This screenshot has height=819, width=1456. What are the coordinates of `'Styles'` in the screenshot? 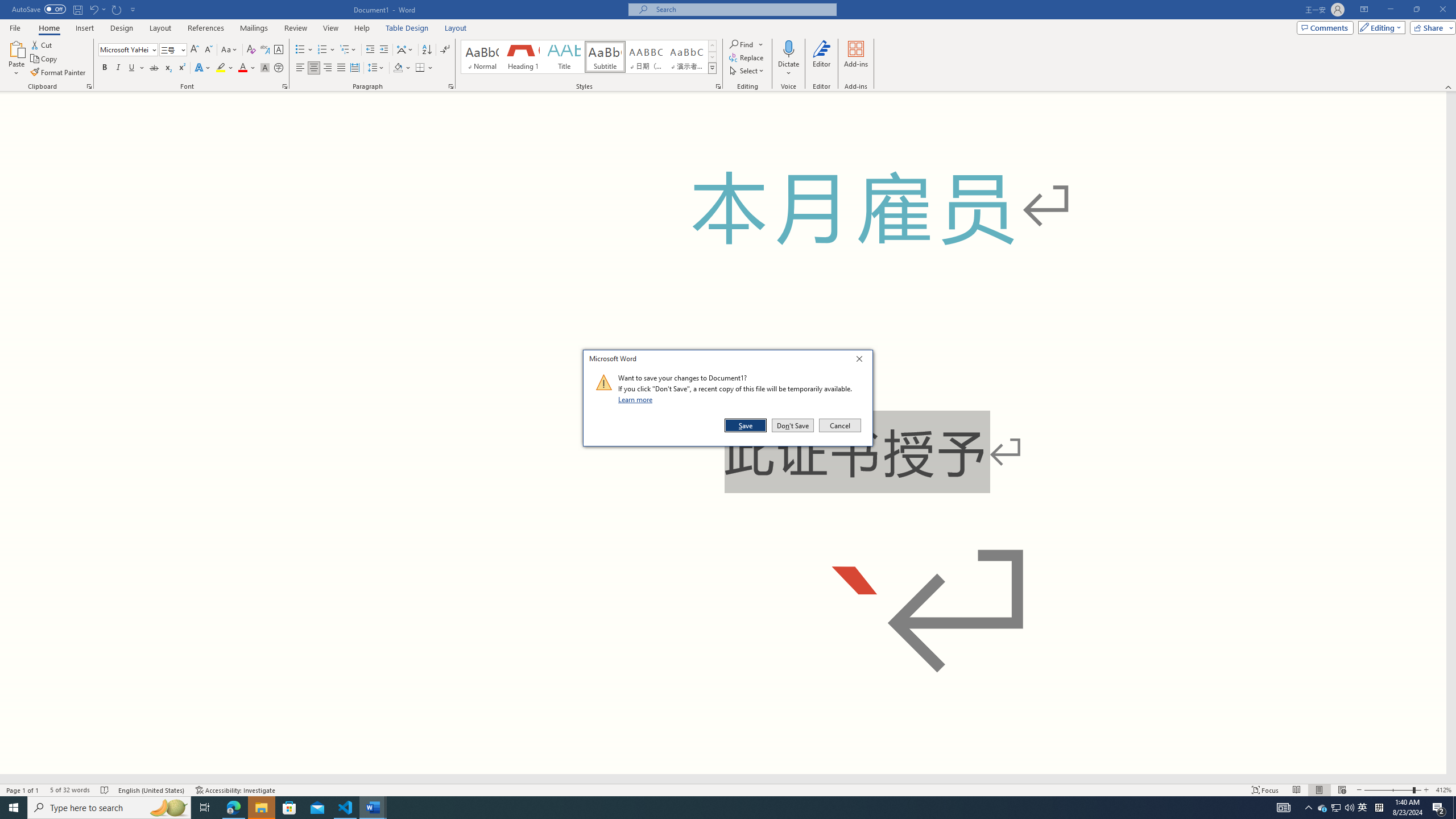 It's located at (712, 67).